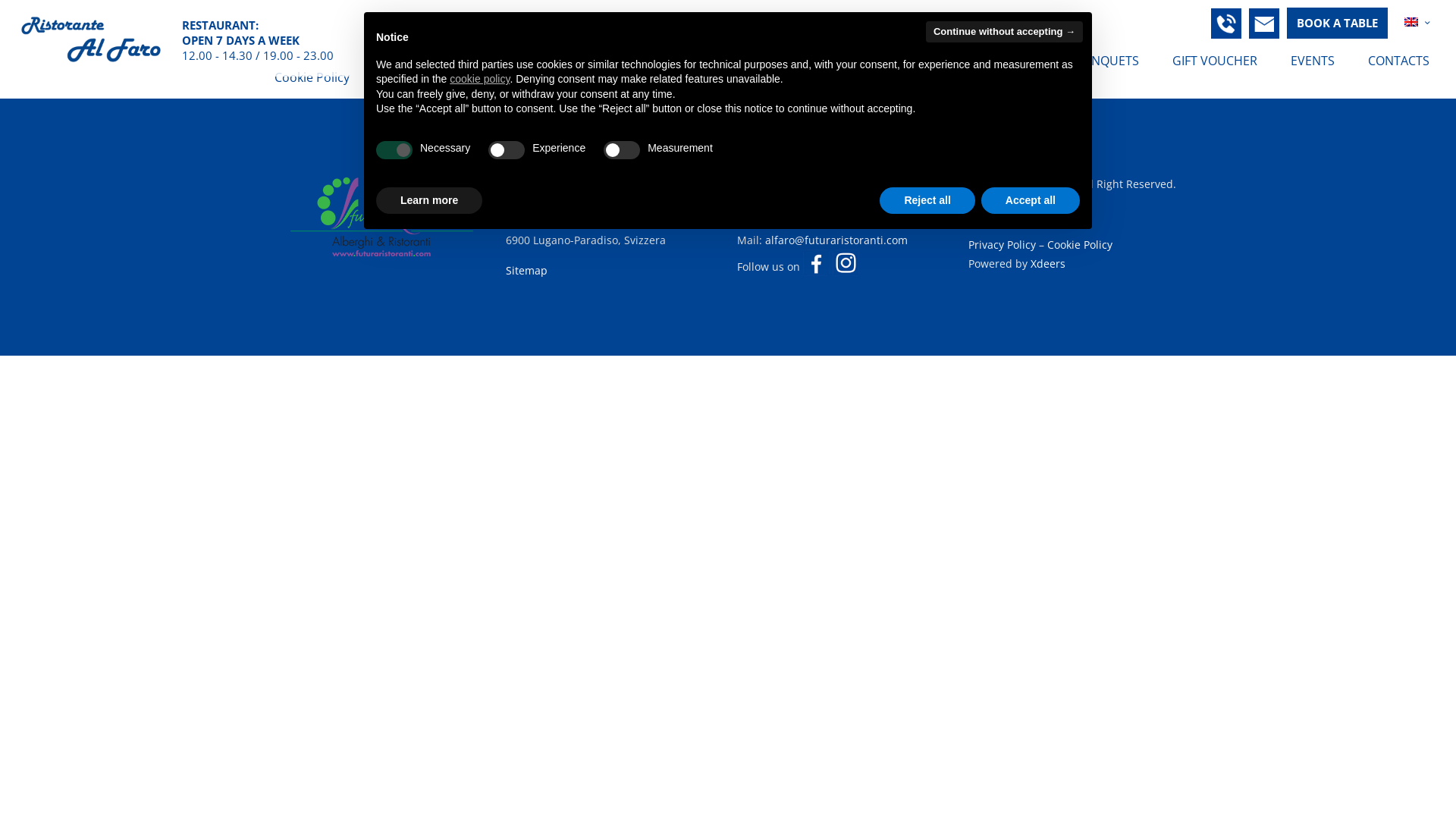  What do you see at coordinates (1002, 243) in the screenshot?
I see `'Privacy Policy'` at bounding box center [1002, 243].